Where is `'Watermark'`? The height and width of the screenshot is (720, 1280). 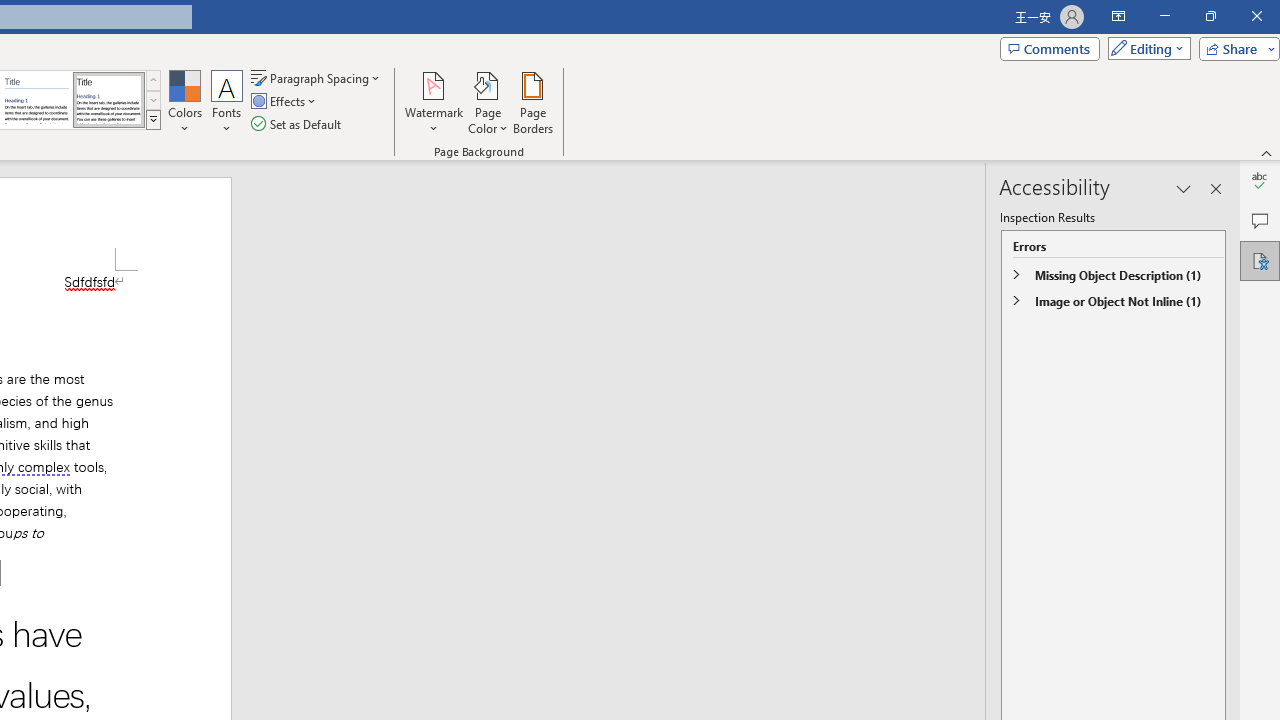
'Watermark' is located at coordinates (433, 103).